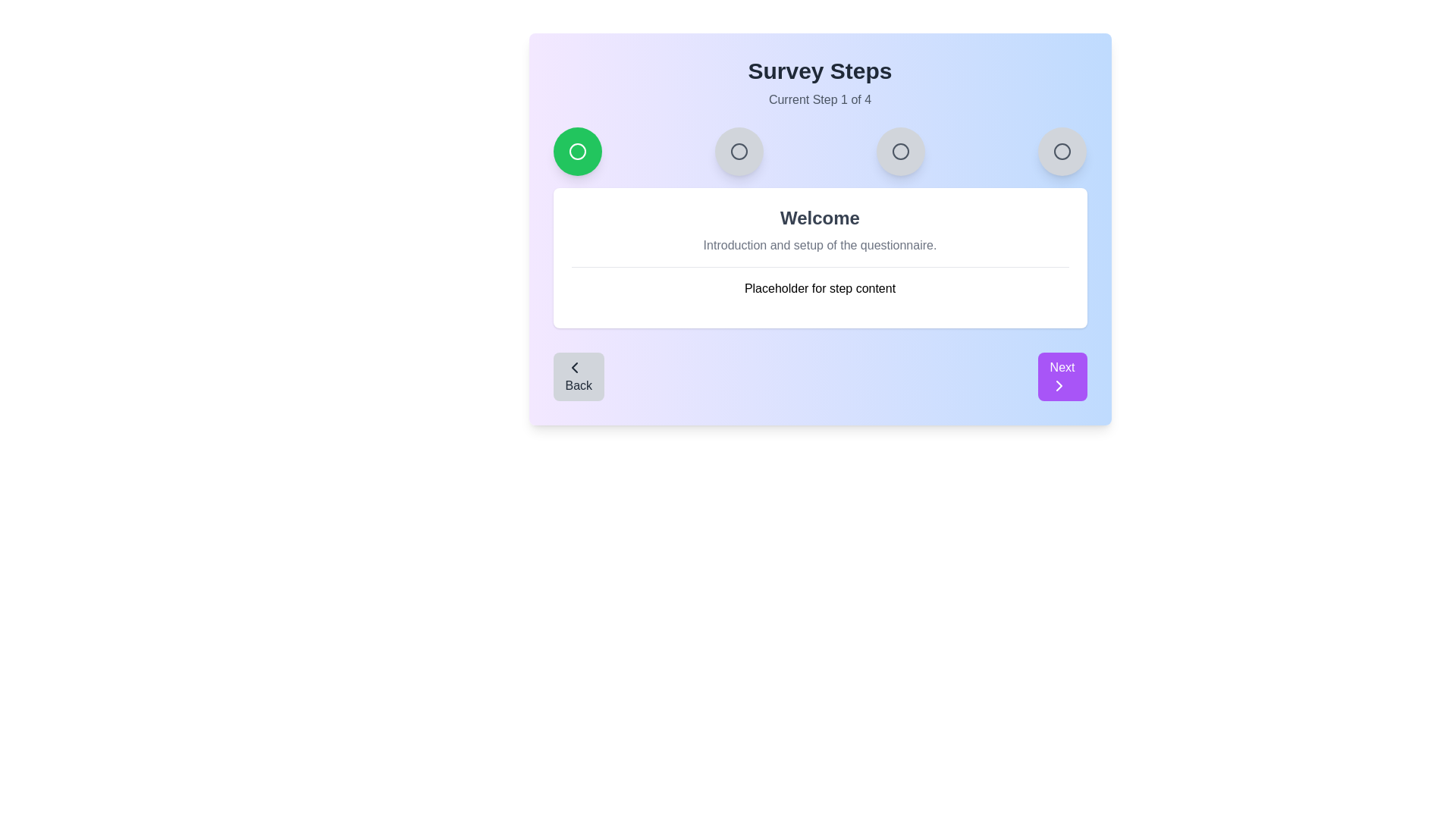  Describe the element at coordinates (1058, 385) in the screenshot. I see `the Chevron Arrow icon located within the 'Next' button` at that location.